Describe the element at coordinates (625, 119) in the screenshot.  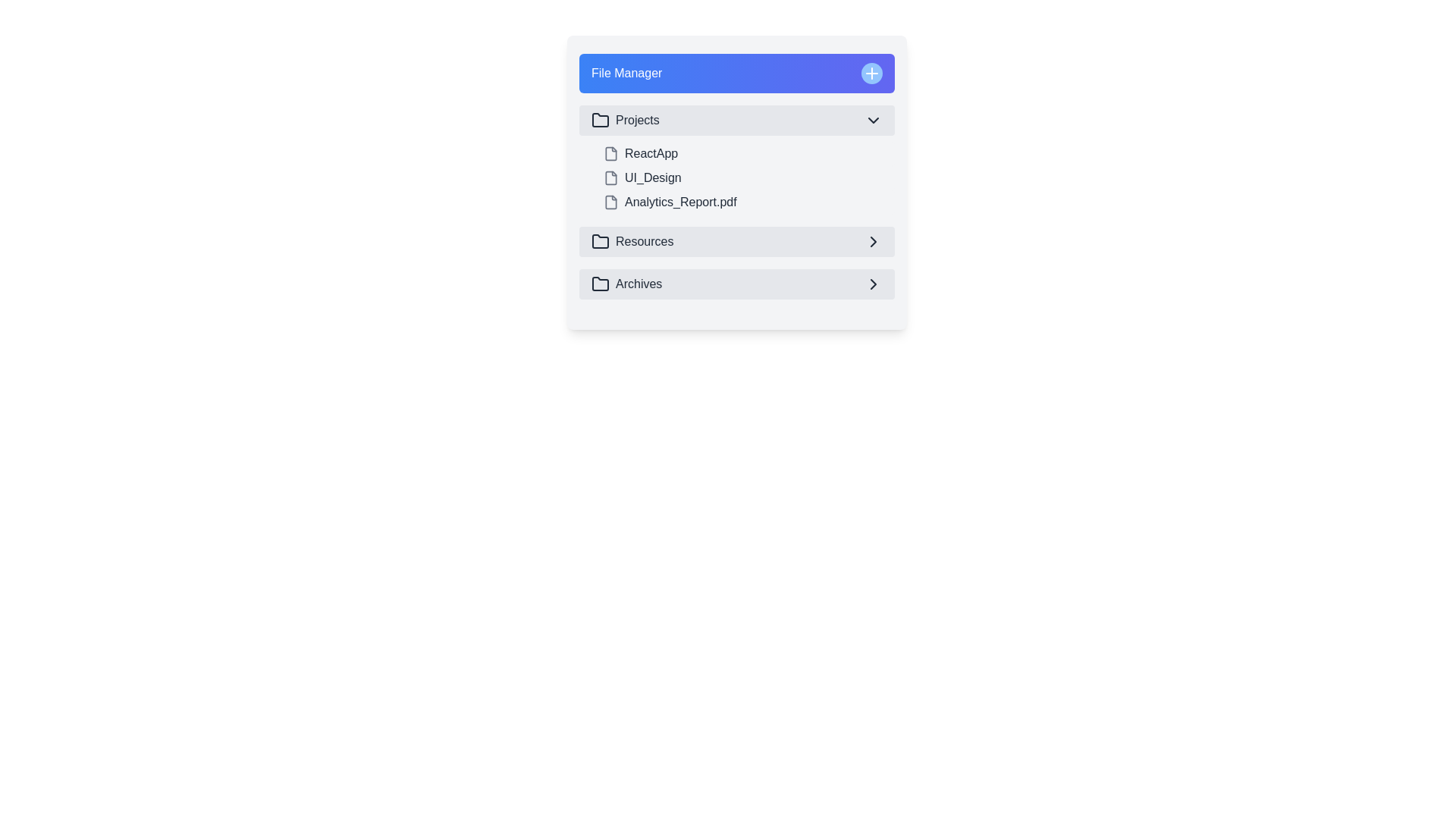
I see `the 'Projects' folder entry` at that location.